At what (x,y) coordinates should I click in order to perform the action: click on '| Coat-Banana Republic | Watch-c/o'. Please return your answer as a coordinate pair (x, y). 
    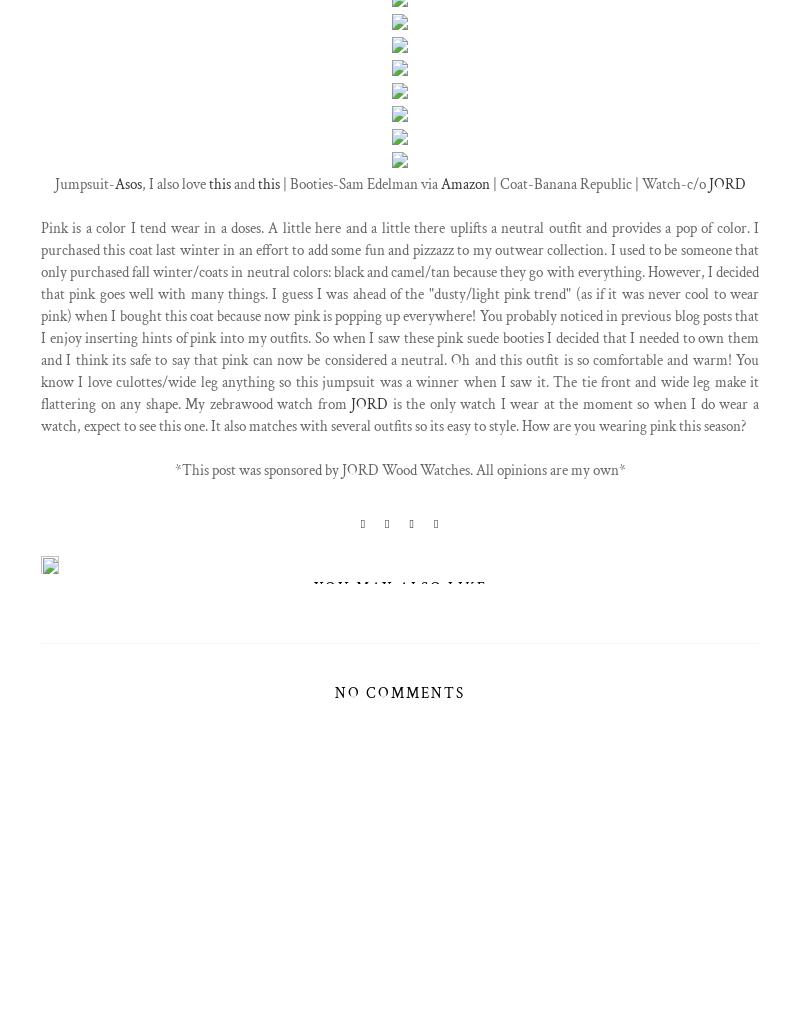
    Looking at the image, I should click on (488, 182).